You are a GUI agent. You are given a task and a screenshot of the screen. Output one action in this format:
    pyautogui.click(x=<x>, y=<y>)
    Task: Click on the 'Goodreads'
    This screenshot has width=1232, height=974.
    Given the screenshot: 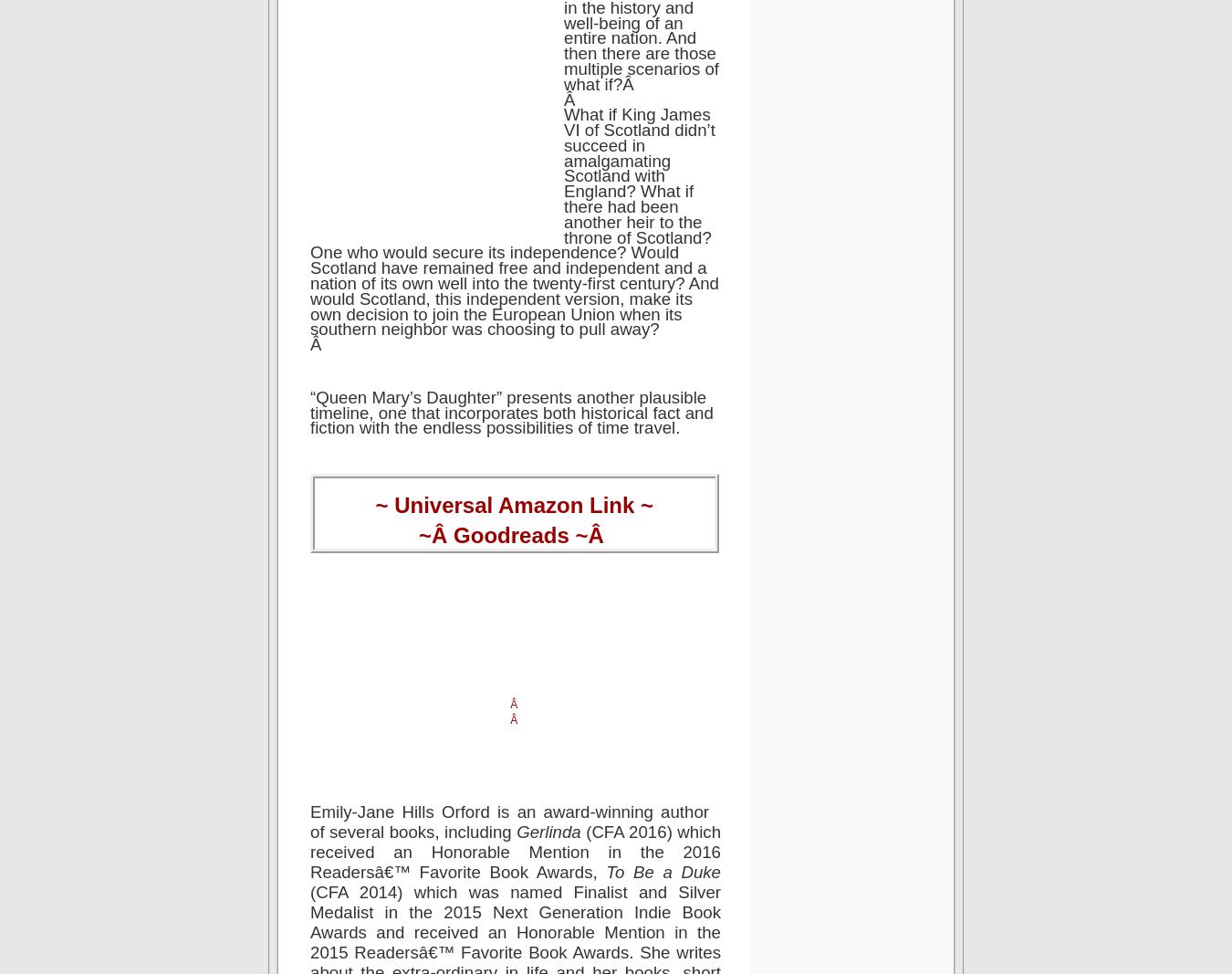 What is the action you would take?
    pyautogui.click(x=509, y=535)
    